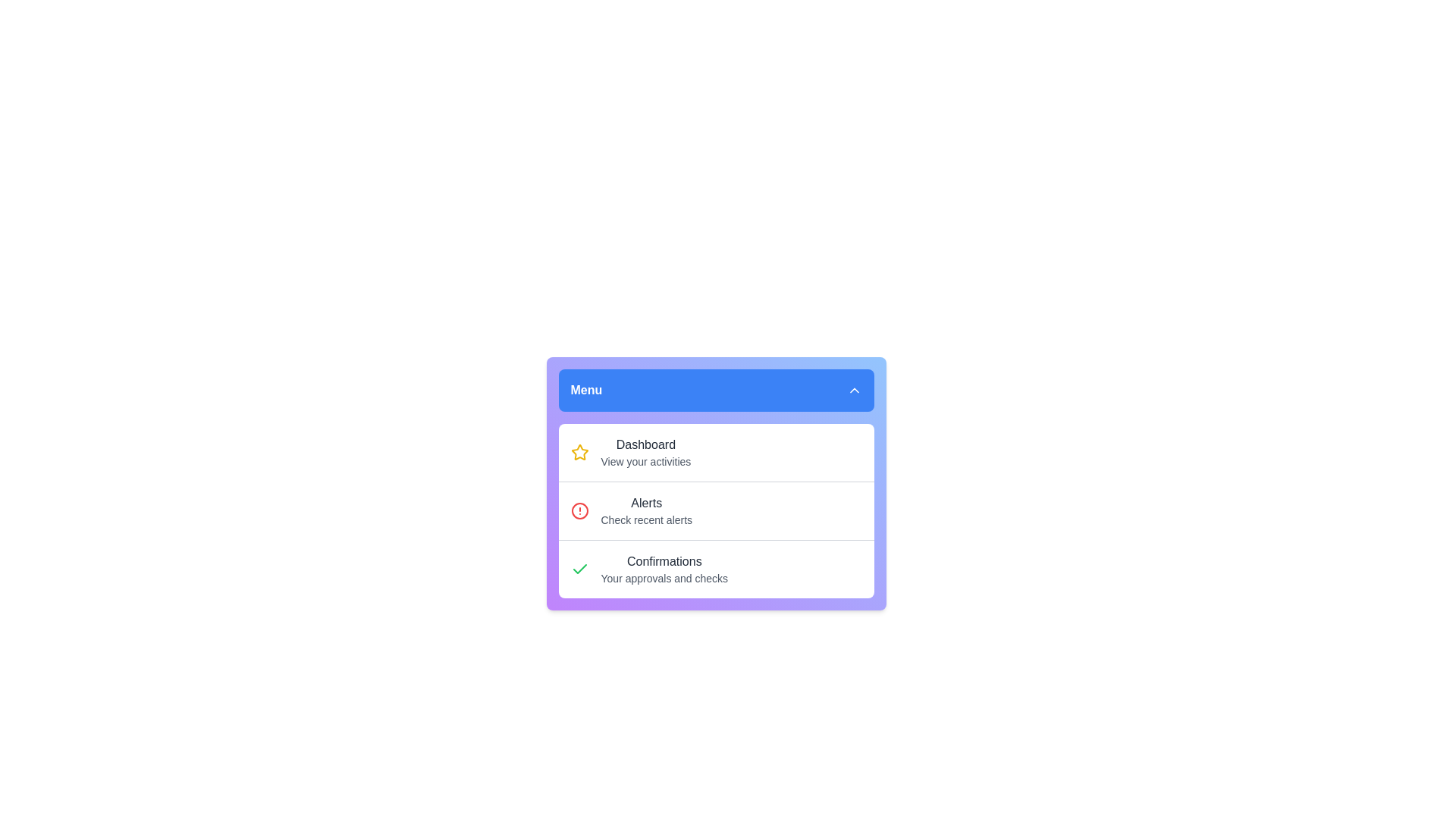  Describe the element at coordinates (854, 390) in the screenshot. I see `the upwards-pointing chevron icon located at the top-right corner of the blue header section labeled 'Menu'` at that location.